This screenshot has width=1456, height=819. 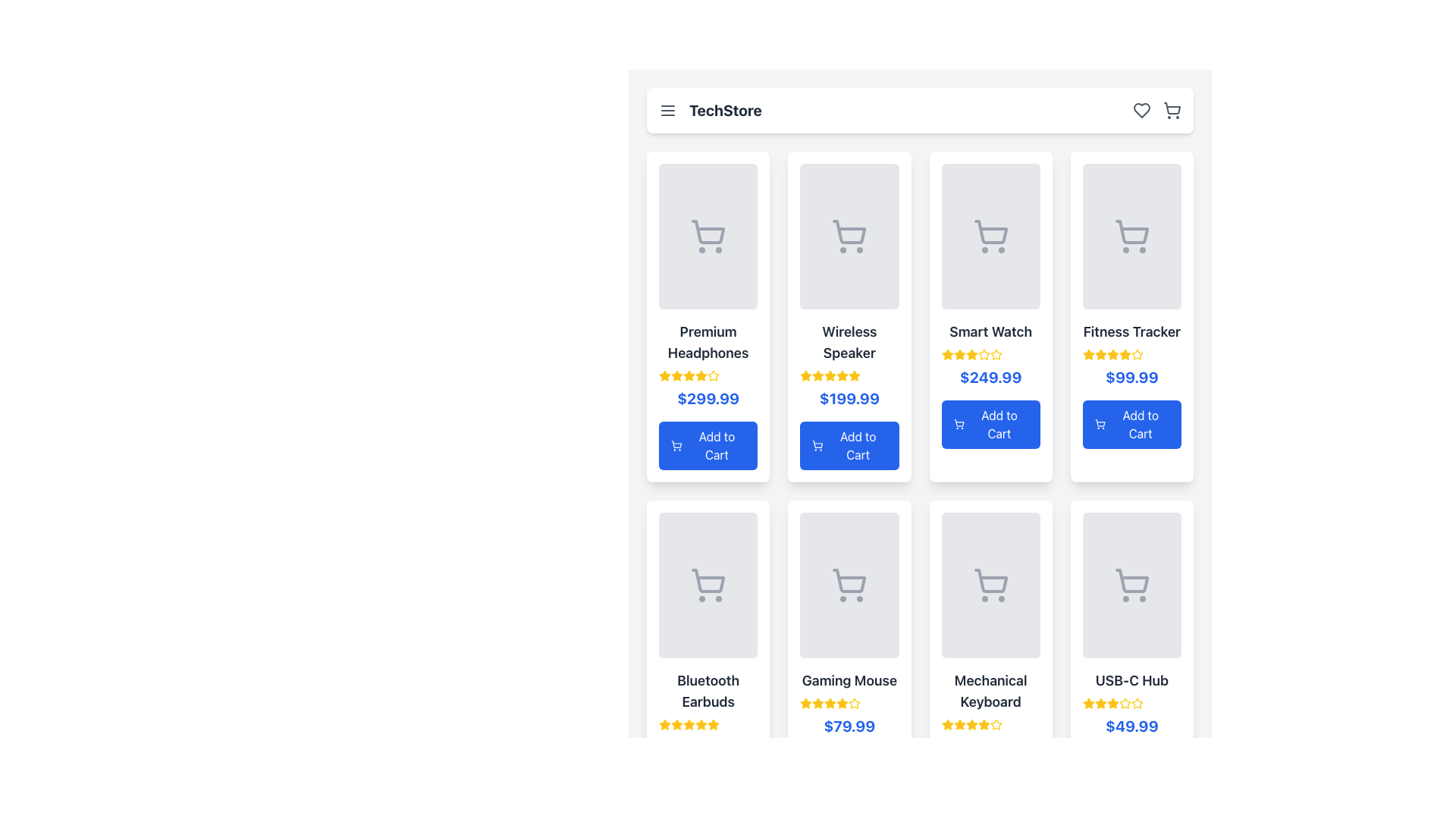 What do you see at coordinates (817, 703) in the screenshot?
I see `the third star icon in the rating system of the 'Gaming Mouse' product card to indicate a 3-star rating` at bounding box center [817, 703].